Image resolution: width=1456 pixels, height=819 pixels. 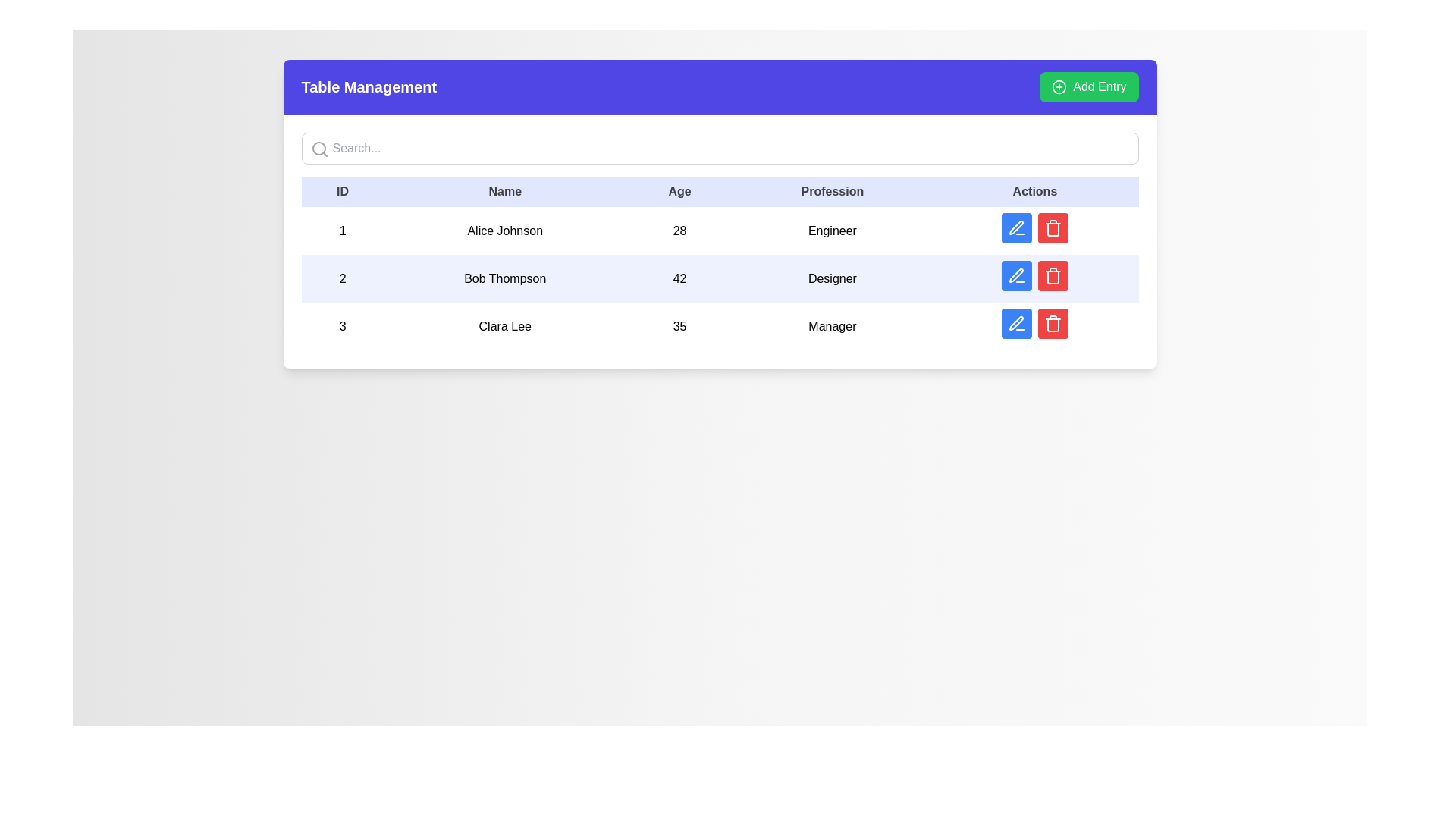 I want to click on the second 'Edit' icon button in the 'Actions' column of the second row of the table, so click(x=1015, y=275).